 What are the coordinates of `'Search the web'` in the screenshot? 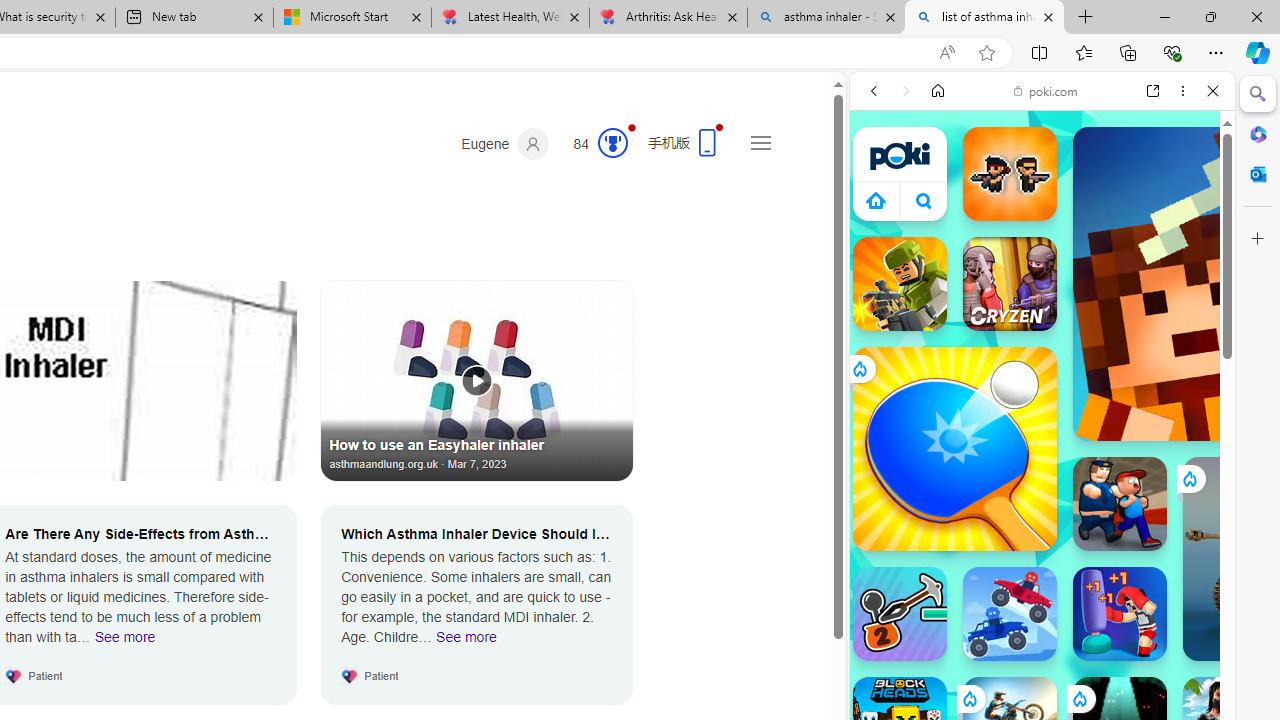 It's located at (1051, 137).